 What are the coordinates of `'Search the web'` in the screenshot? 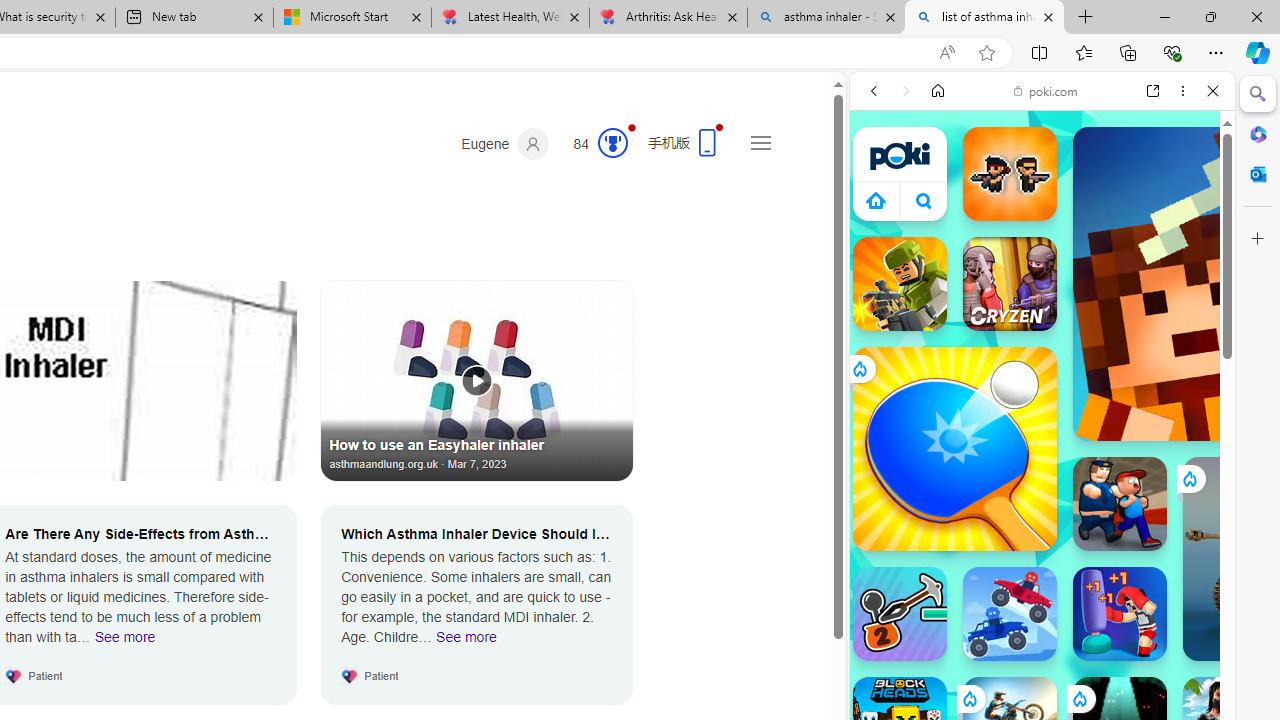 It's located at (1051, 137).